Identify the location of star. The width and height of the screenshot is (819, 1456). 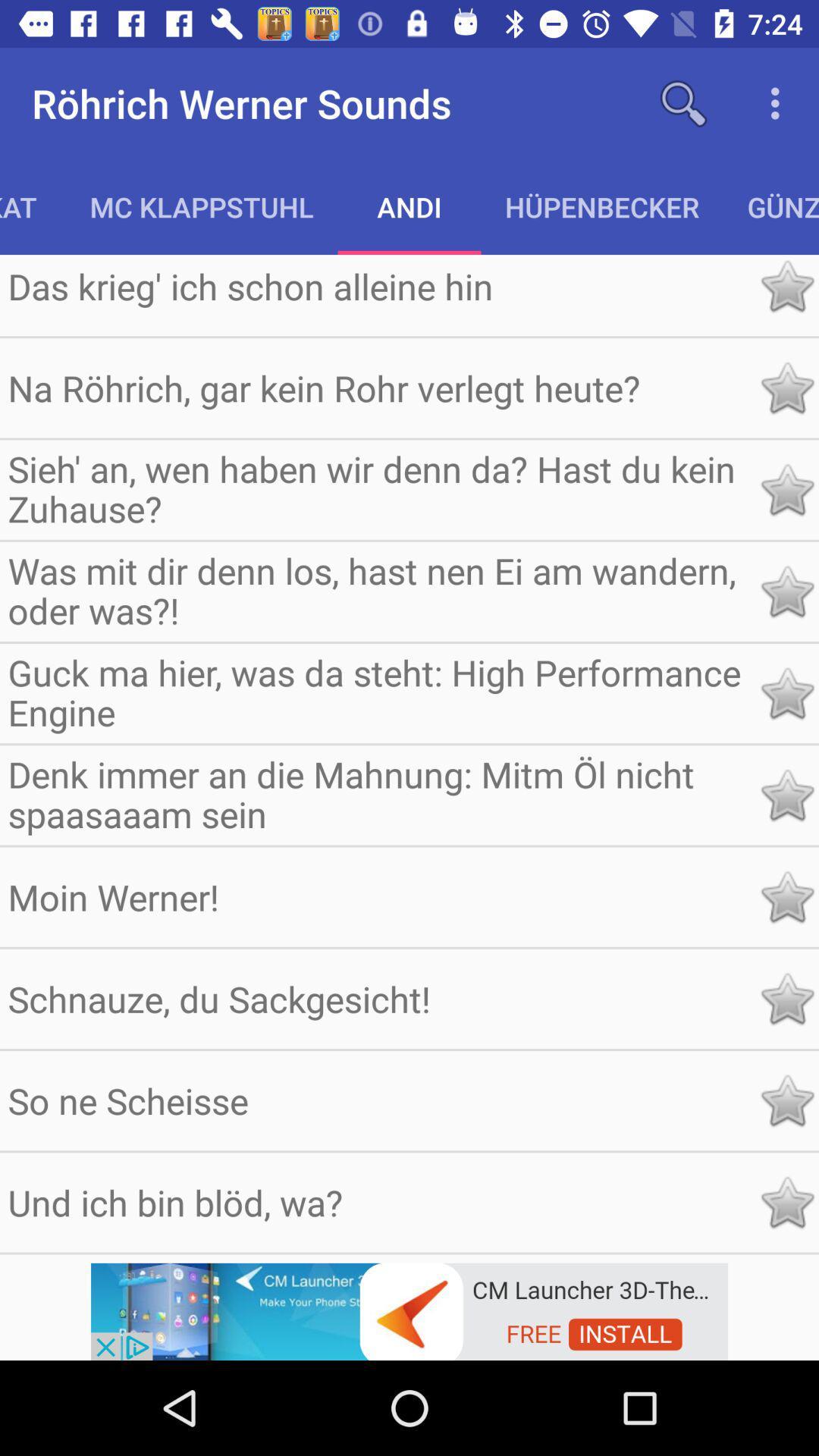
(786, 897).